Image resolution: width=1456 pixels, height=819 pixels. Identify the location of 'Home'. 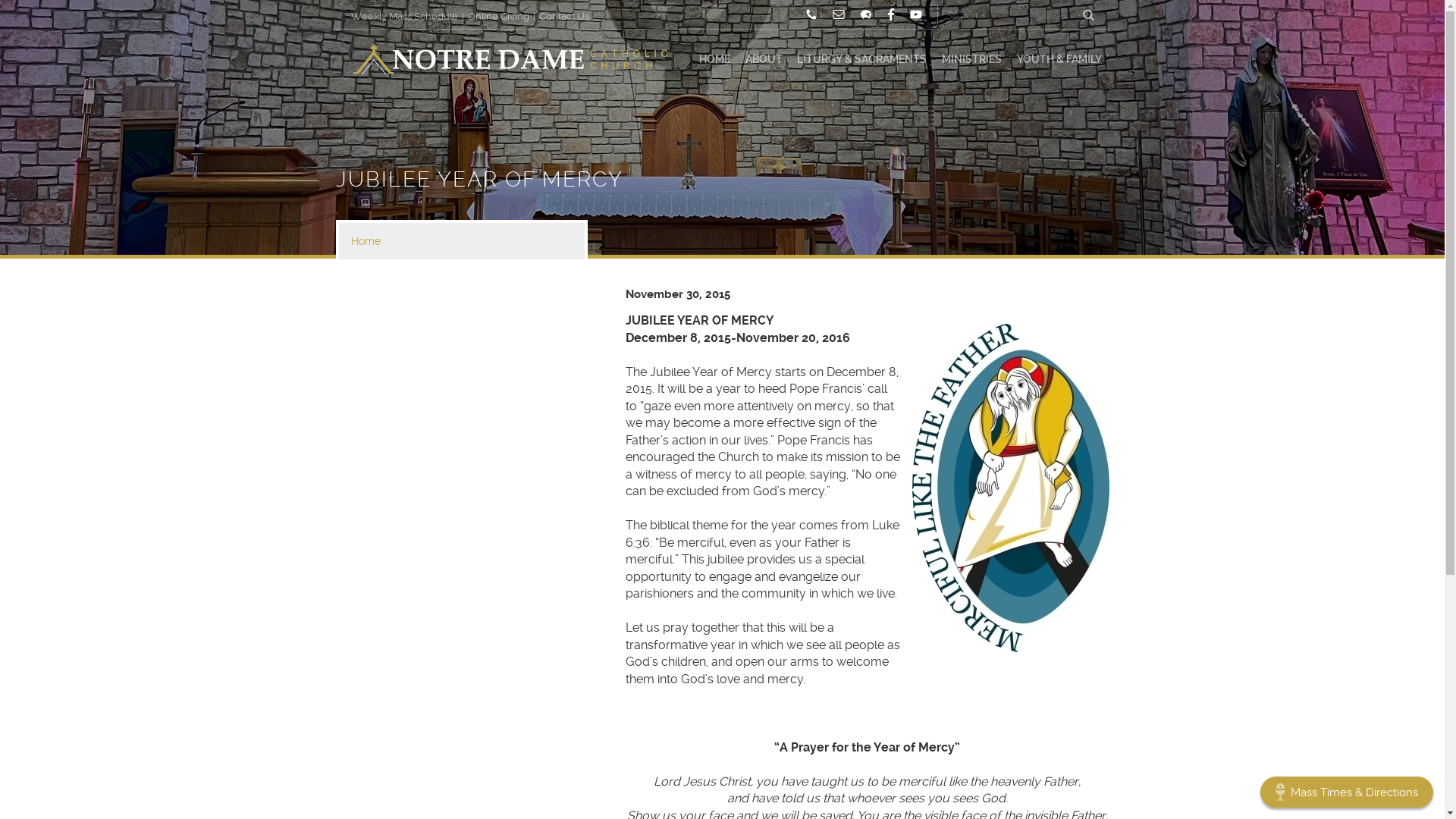
(460, 240).